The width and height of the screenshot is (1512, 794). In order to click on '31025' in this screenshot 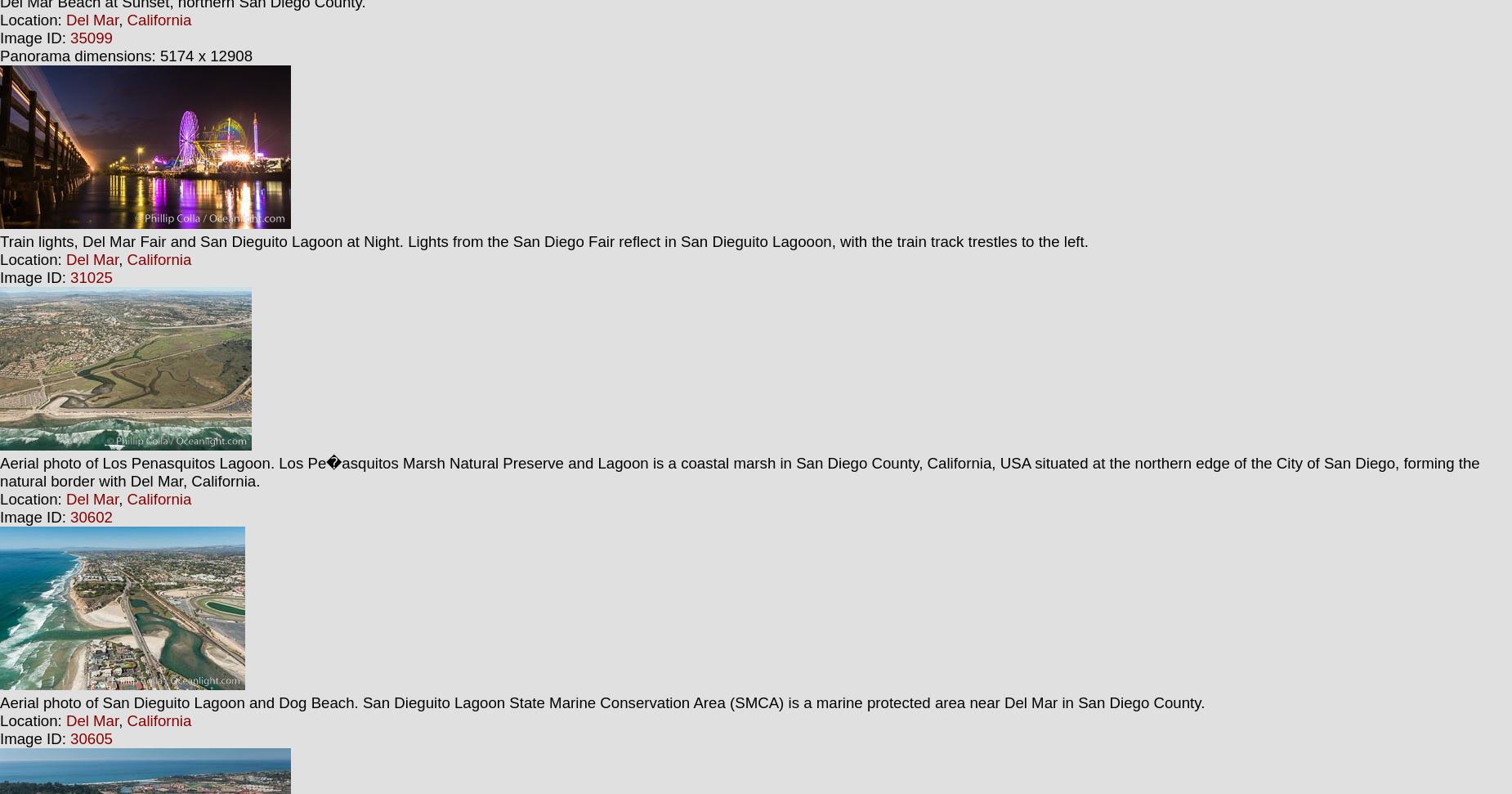, I will do `click(90, 277)`.